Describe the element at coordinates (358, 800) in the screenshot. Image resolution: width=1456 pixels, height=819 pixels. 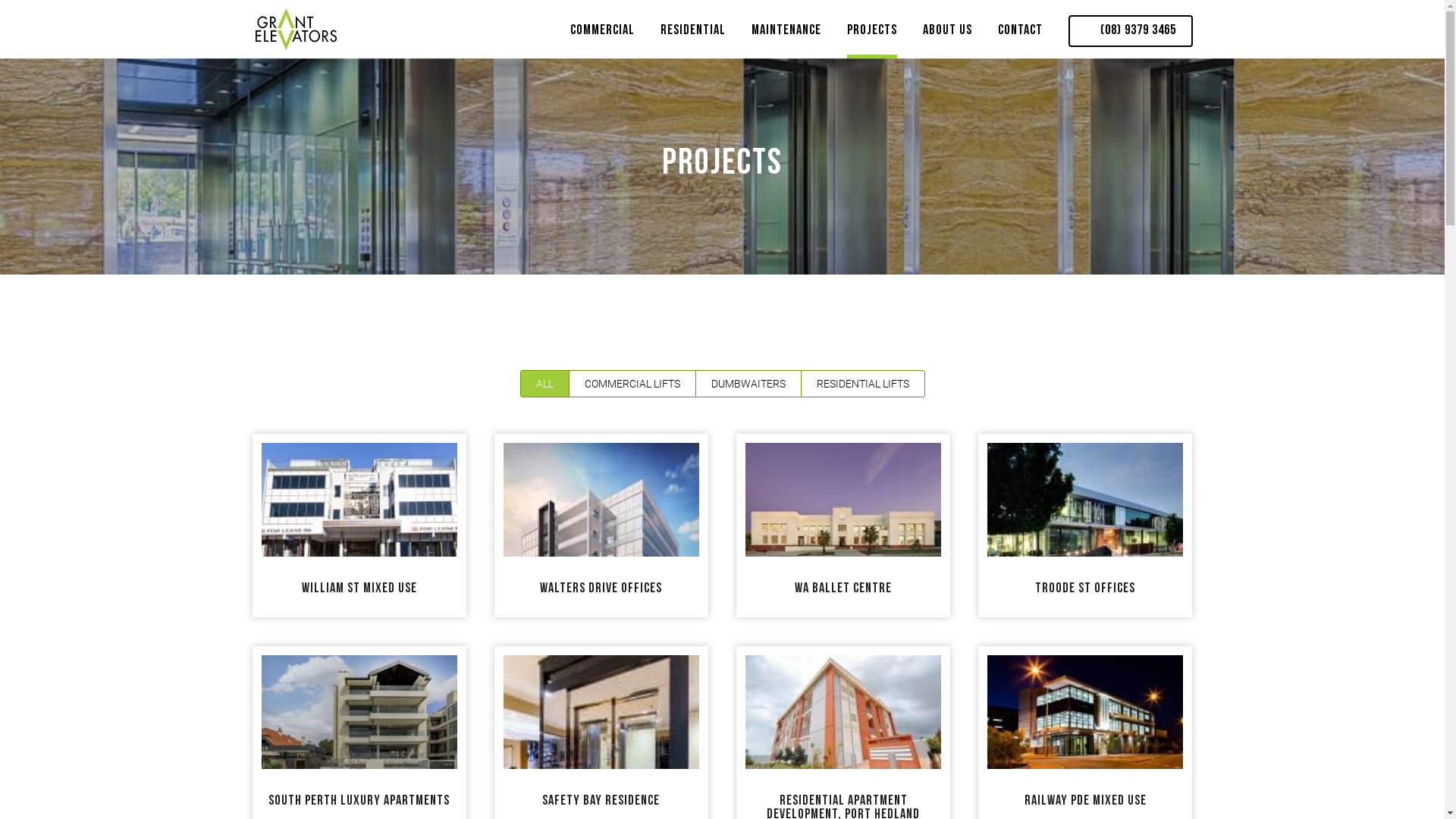
I see `'SOUTH PERTH LUXURY APARTMENTS'` at that location.